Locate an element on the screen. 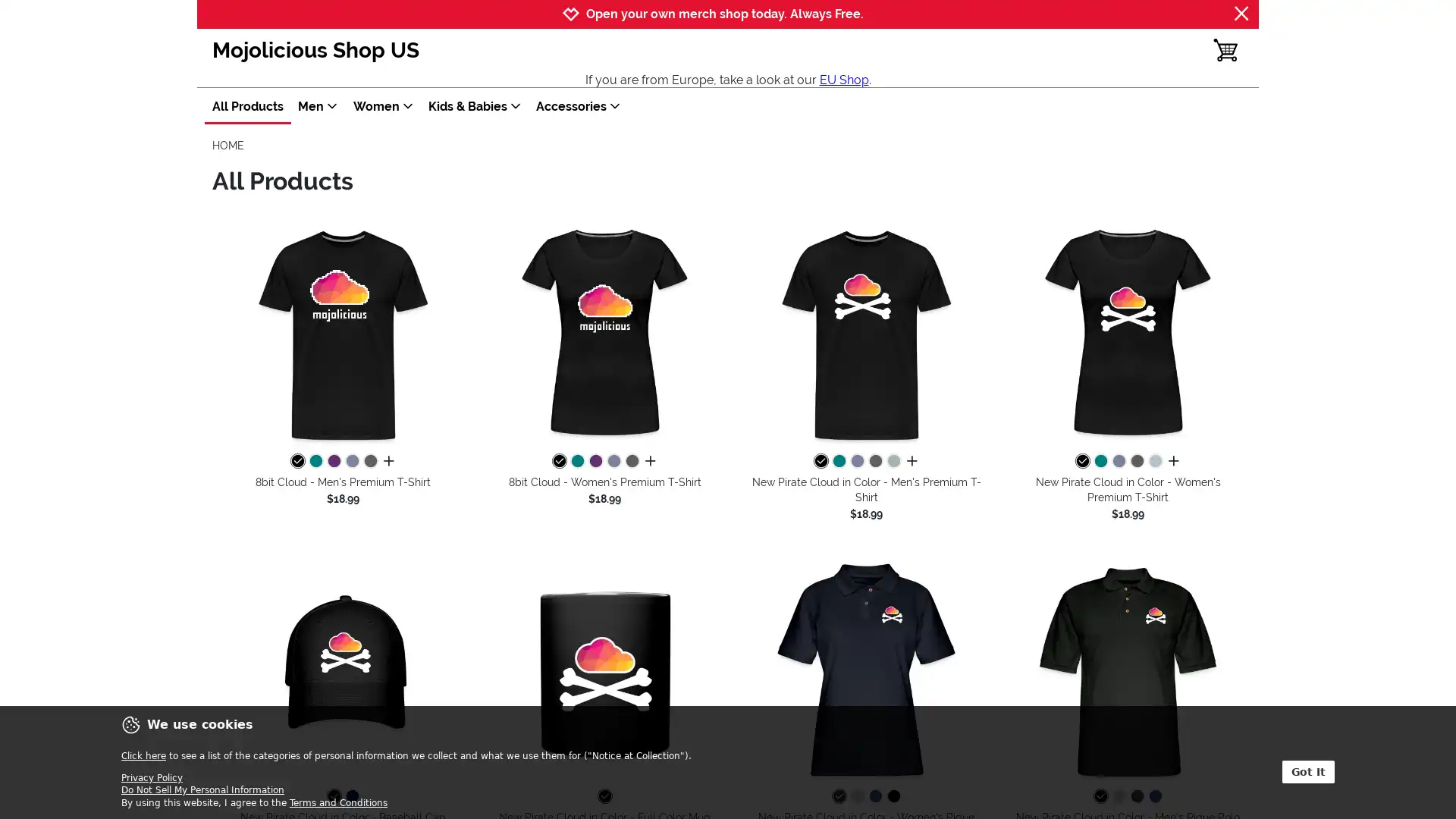 The width and height of the screenshot is (1456, 819). 8bit Cloud - Women's Premium T-Shirt is located at coordinates (604, 333).